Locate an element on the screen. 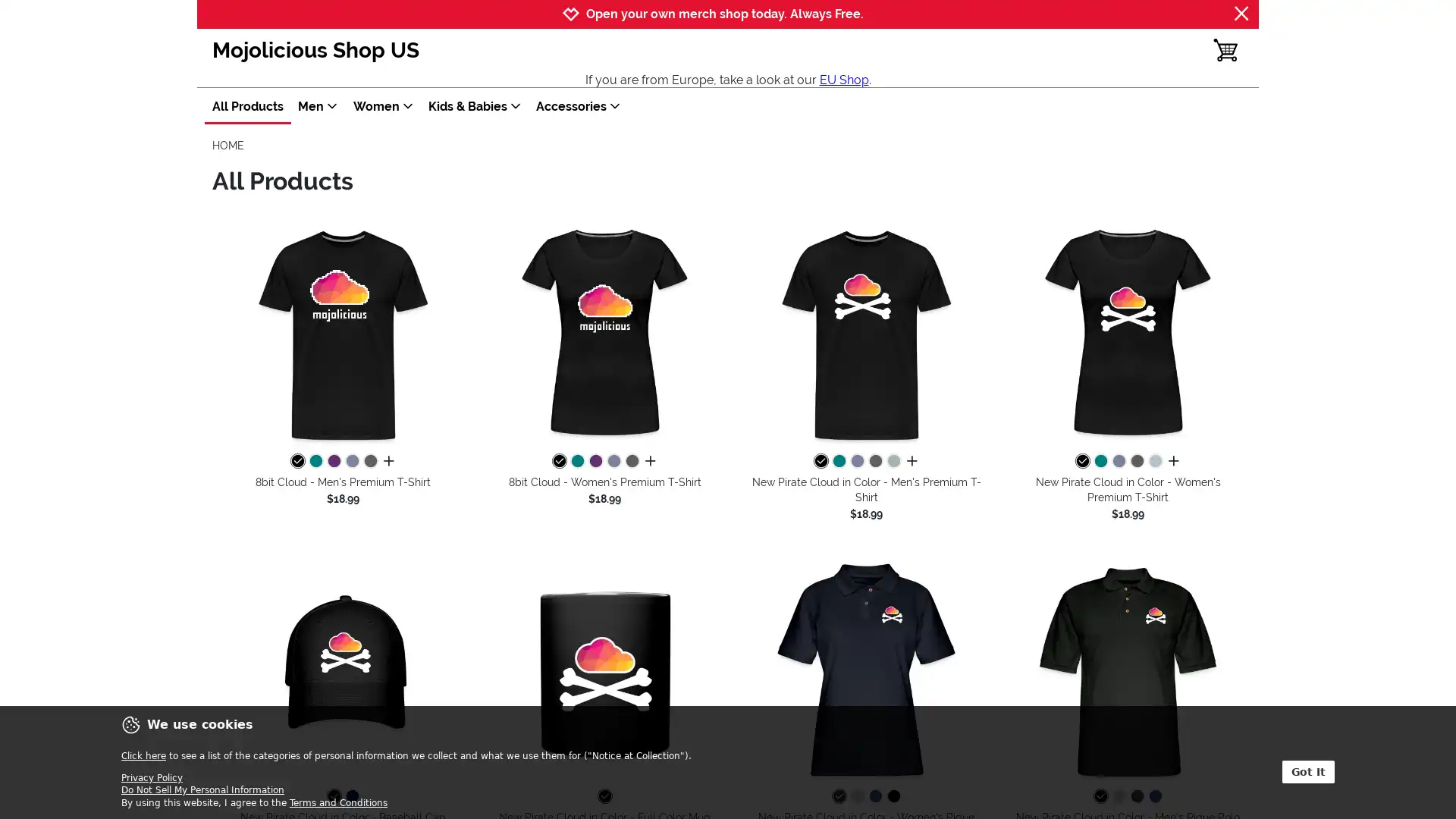 The width and height of the screenshot is (1456, 819). 8bit Cloud - Women's Premium T-Shirt is located at coordinates (604, 333).